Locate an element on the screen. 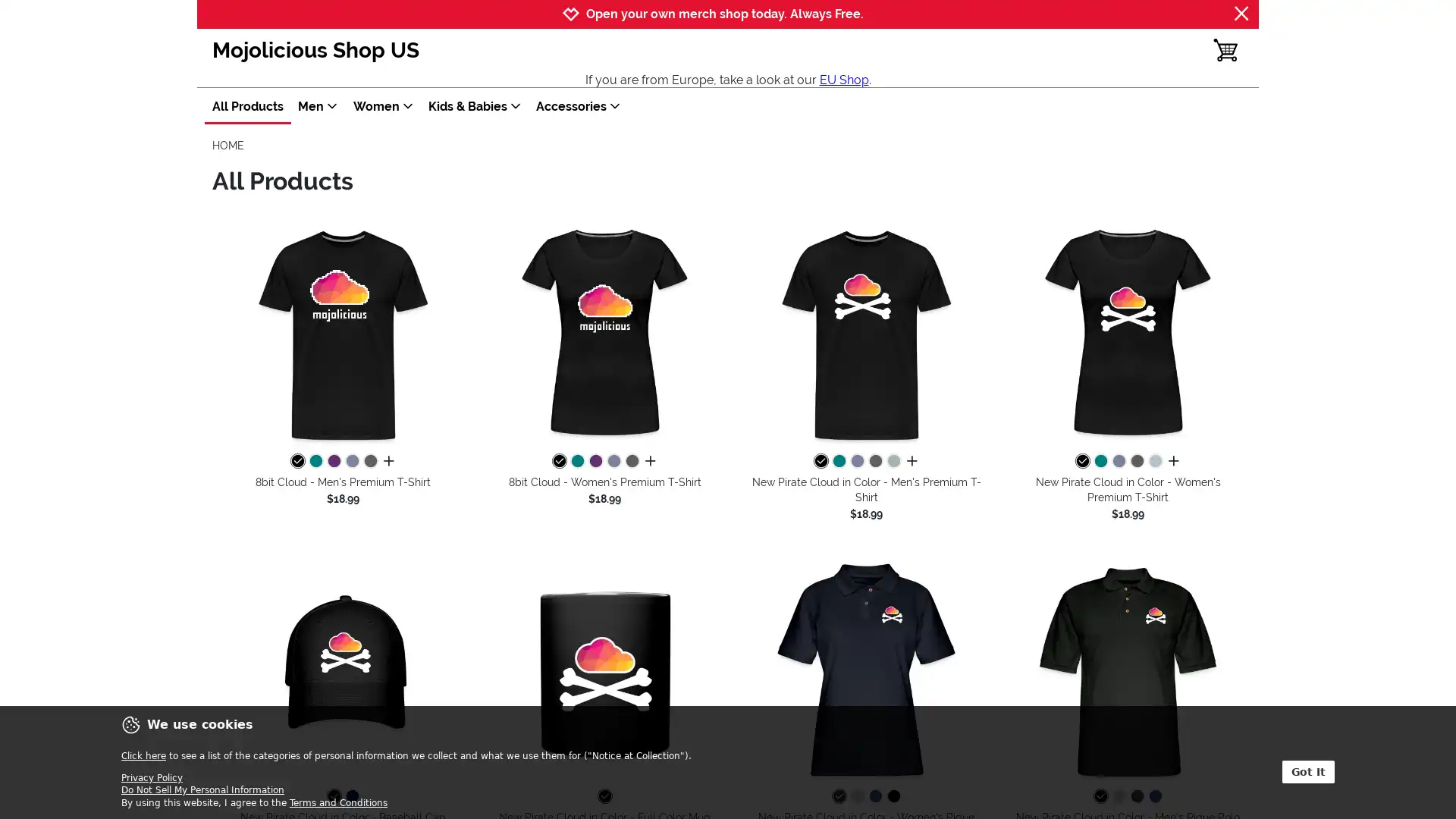 The width and height of the screenshot is (1456, 819). 8bit Cloud - Women's Premium T-Shirt is located at coordinates (604, 333).